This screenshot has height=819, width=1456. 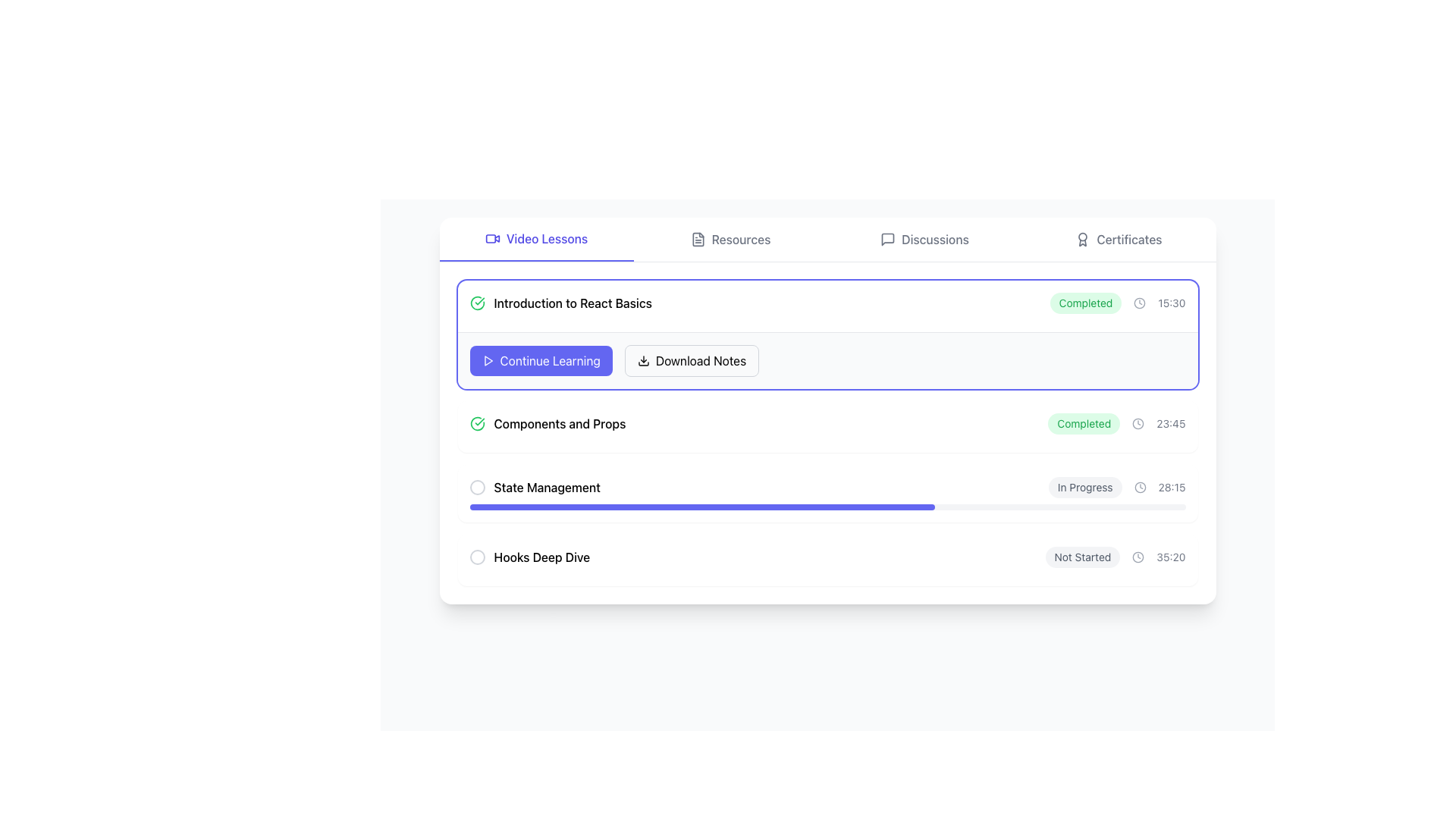 What do you see at coordinates (1081, 557) in the screenshot?
I see `the badge labeled 'Not Started' which has a light gray background and is positioned towards the right in the bottom section of a card layout` at bounding box center [1081, 557].